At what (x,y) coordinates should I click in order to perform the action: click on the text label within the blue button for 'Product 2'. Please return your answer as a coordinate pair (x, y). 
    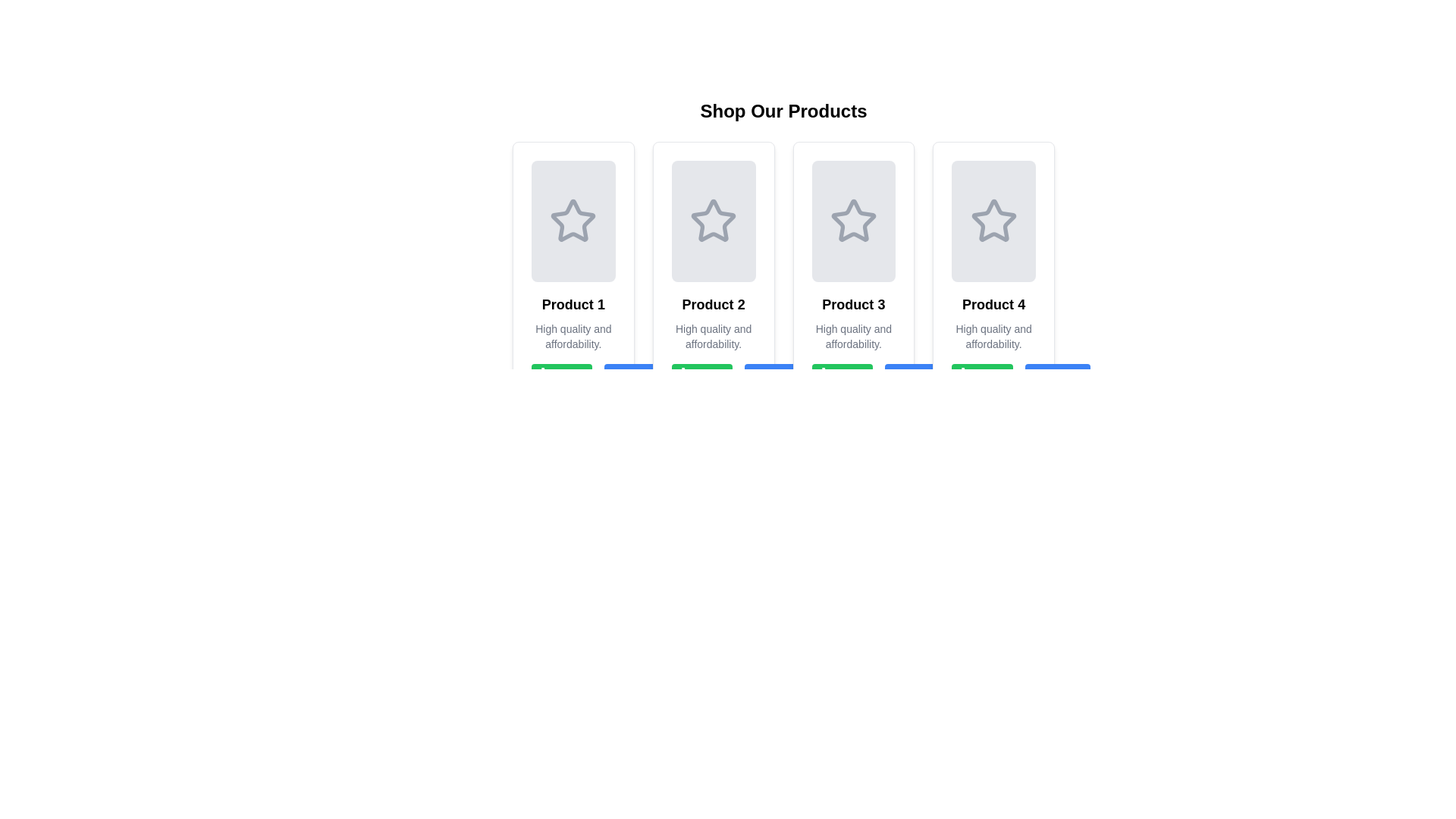
    Looking at the image, I should click on (648, 375).